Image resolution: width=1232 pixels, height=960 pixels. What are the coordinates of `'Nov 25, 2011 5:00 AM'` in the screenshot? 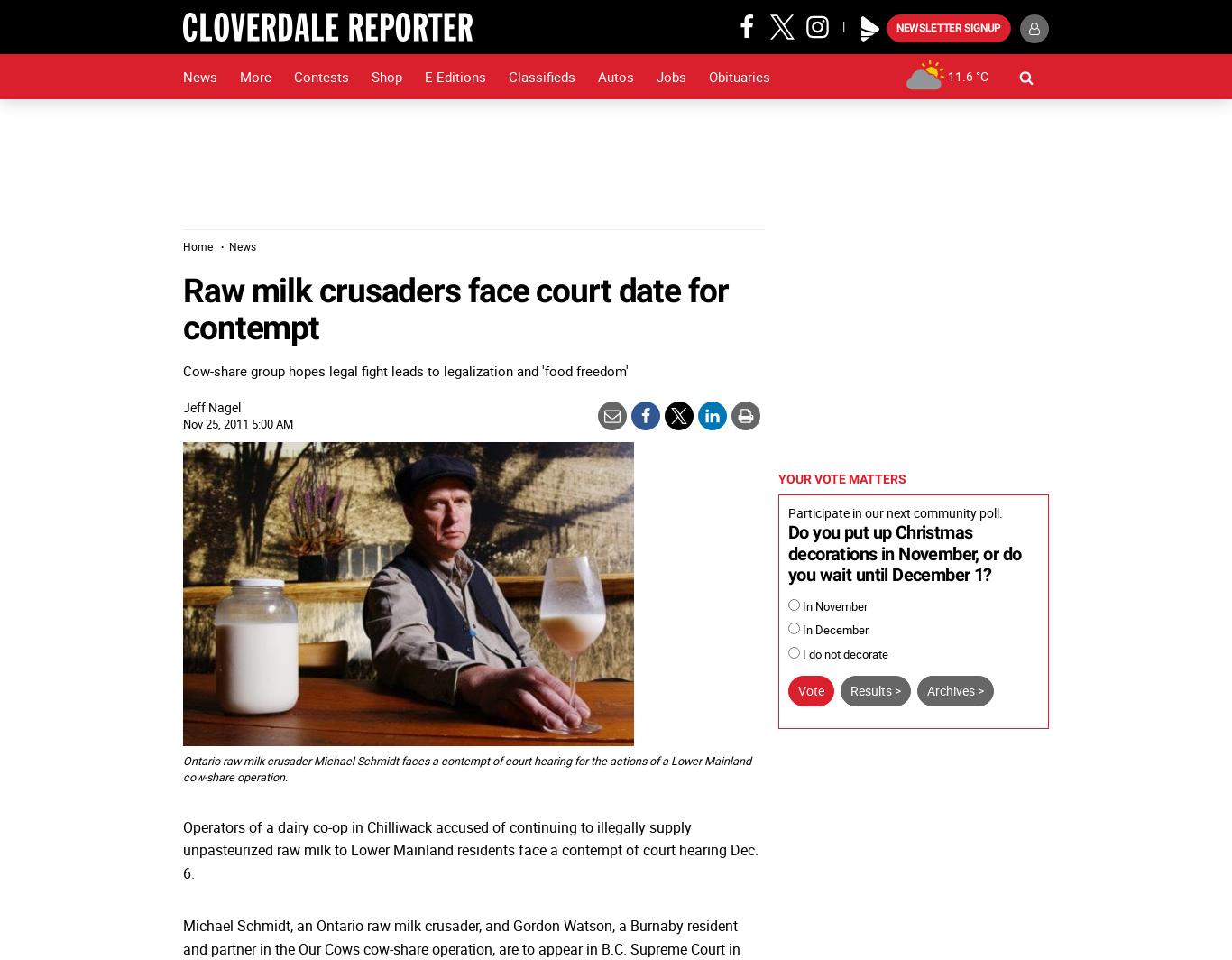 It's located at (238, 423).